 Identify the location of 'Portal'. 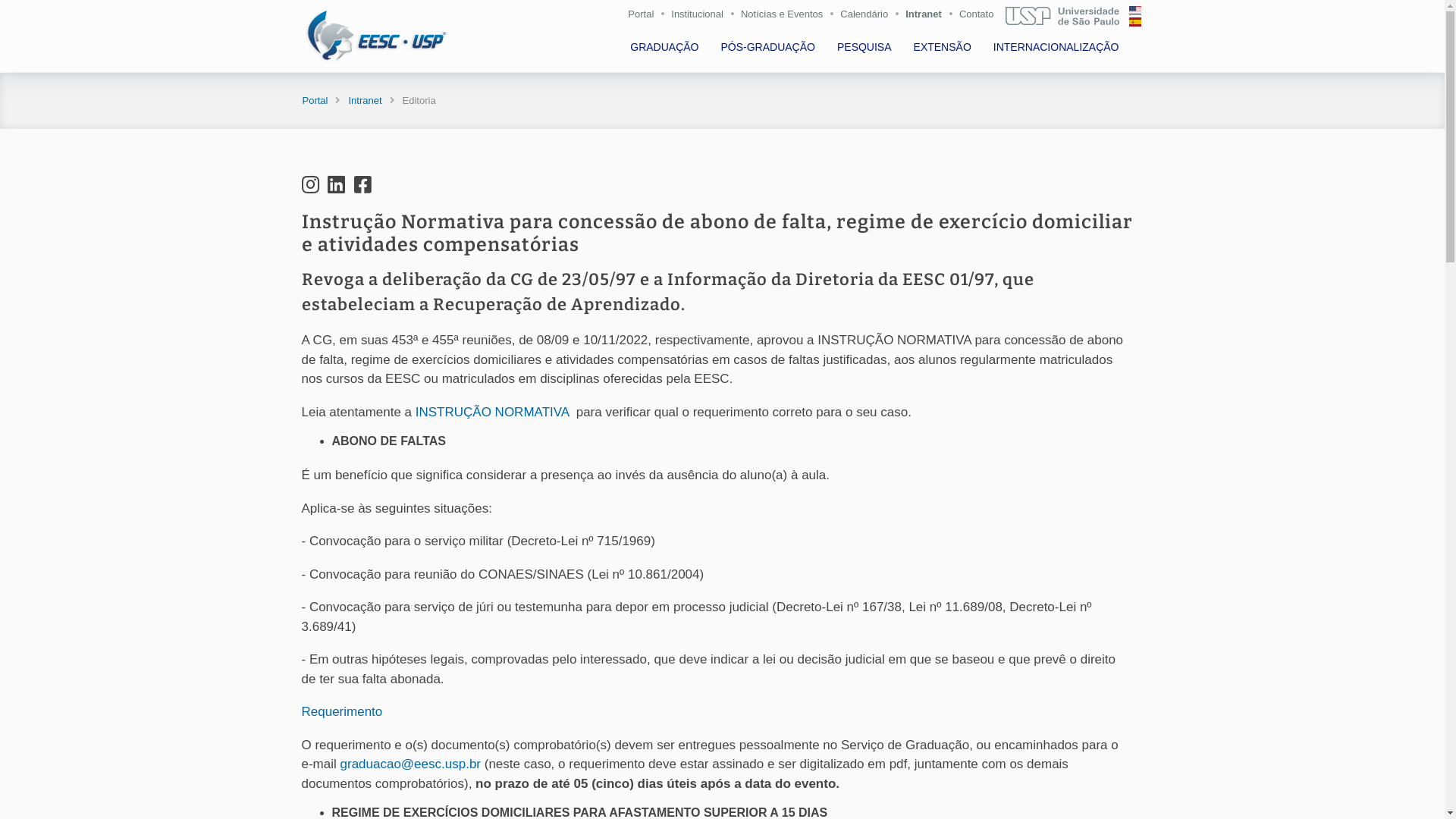
(313, 100).